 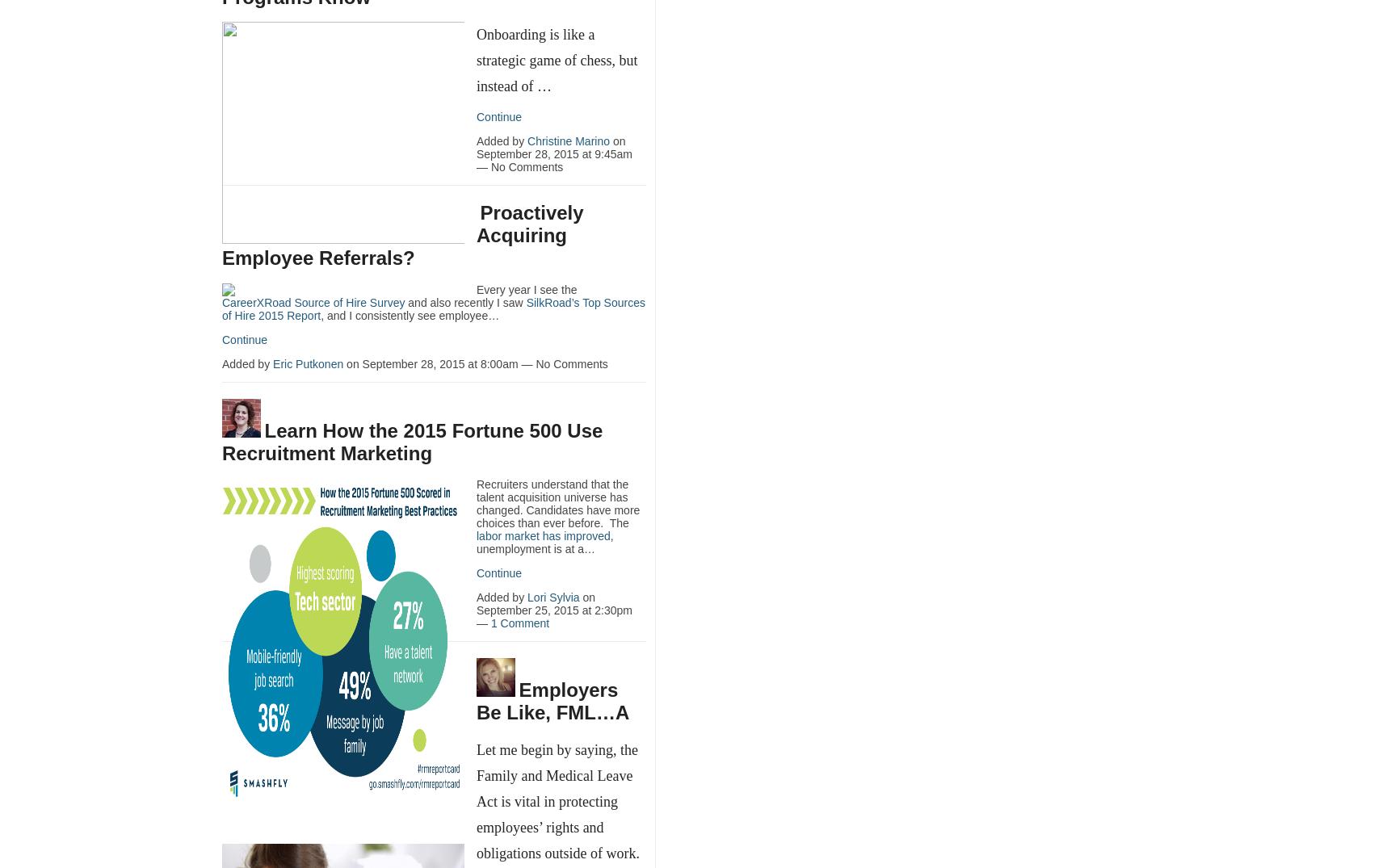 I want to click on 'Every year I see the', so click(x=525, y=288).